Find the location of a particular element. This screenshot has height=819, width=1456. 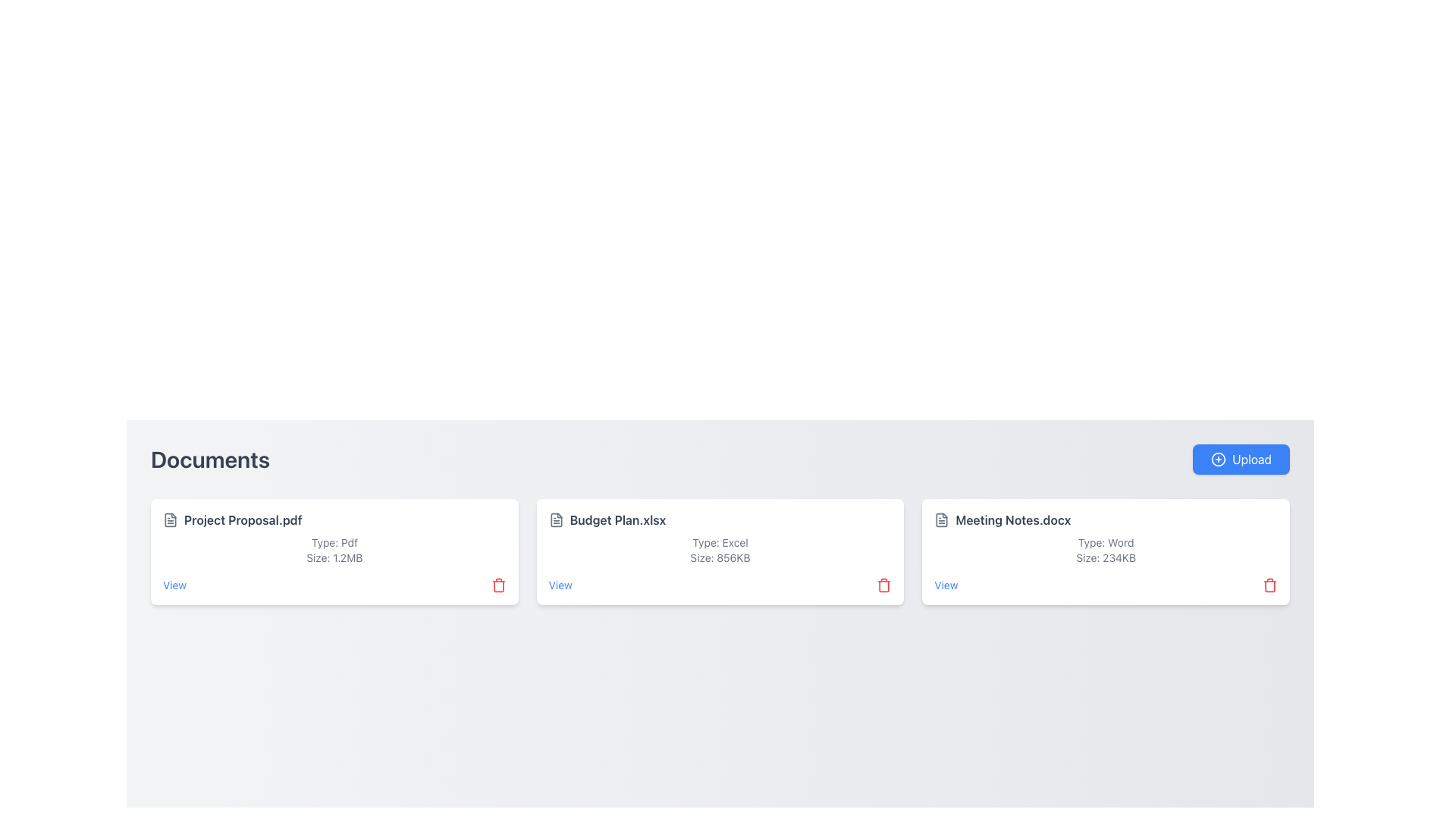

the static text element displaying the file size 'Size: 856KB', which is styled in a small gray font and located beneath 'Type: Excel' in the second file card is located at coordinates (720, 558).